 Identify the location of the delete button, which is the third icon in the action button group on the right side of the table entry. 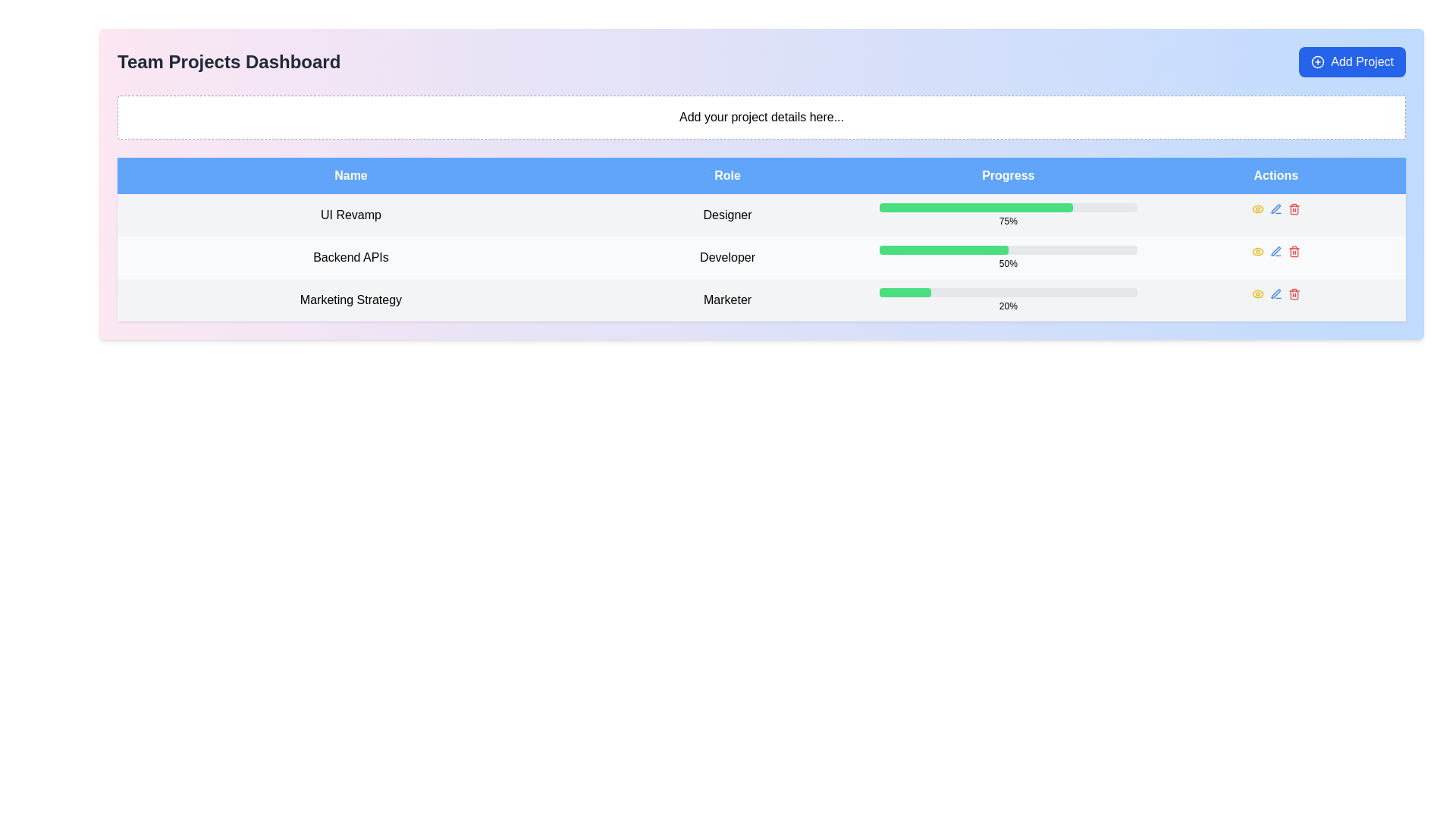
(1293, 294).